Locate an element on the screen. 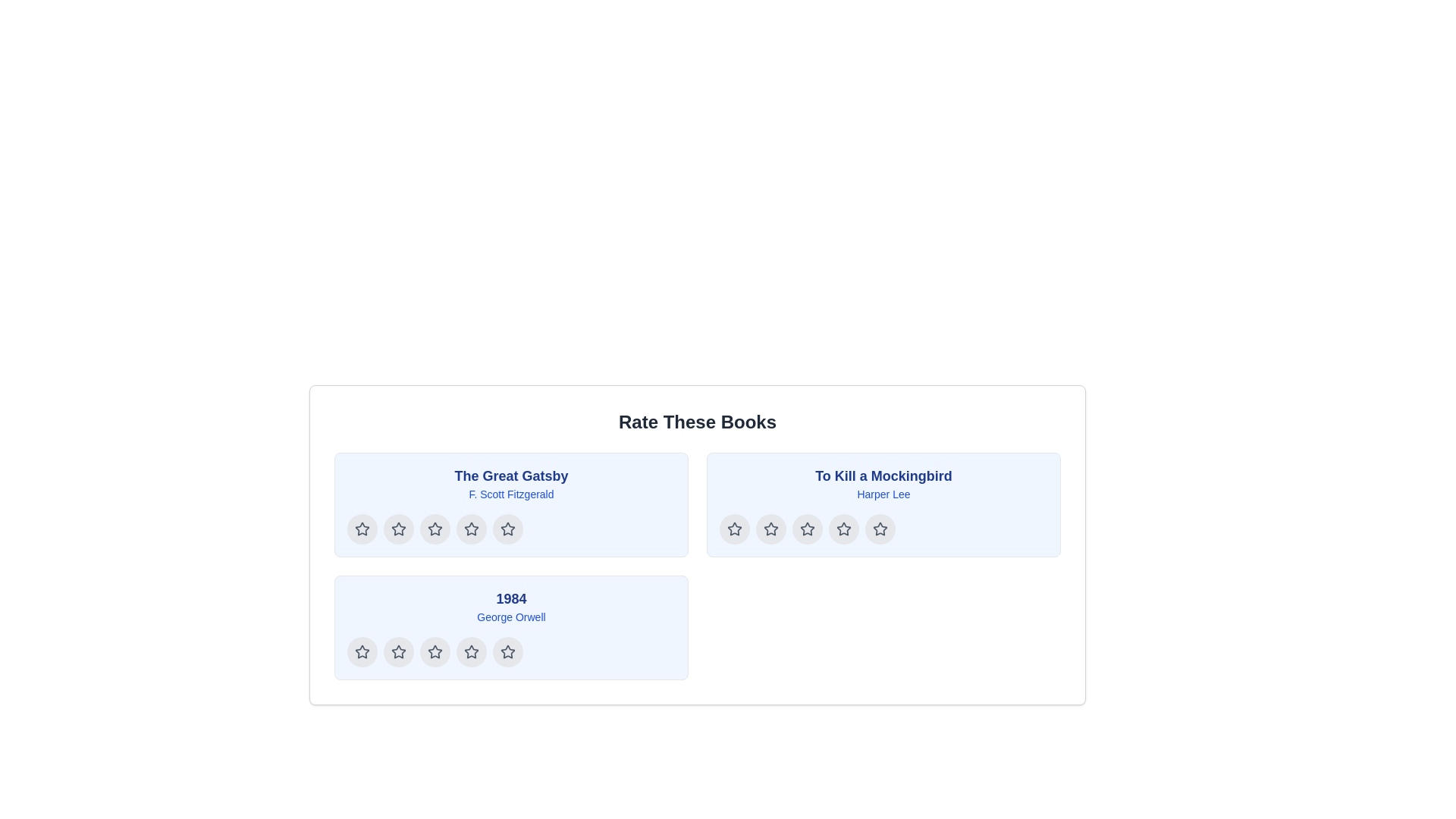  the fourth star-shaped rating icon outlined in gray within the 'To Kill a Mockingbird' card in the five-star rating system is located at coordinates (807, 528).